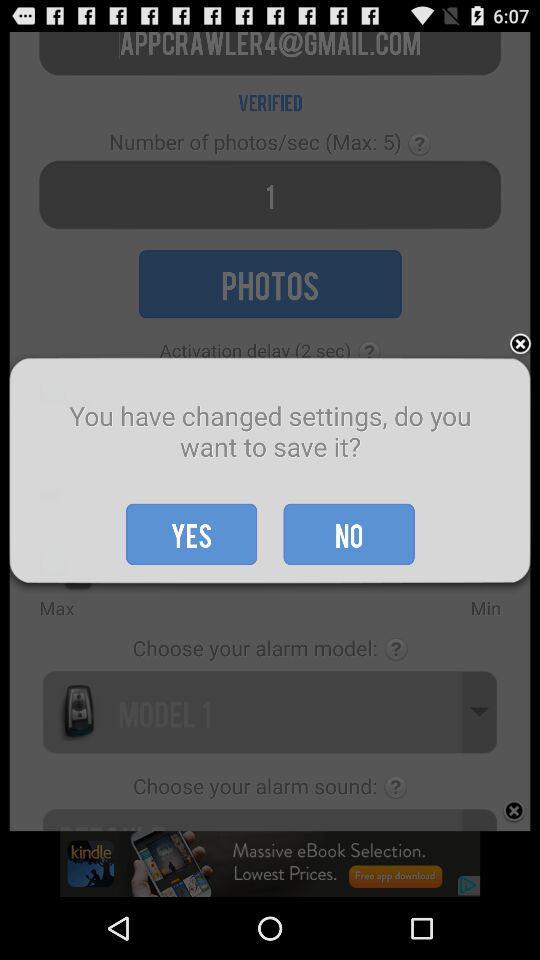 The image size is (540, 960). What do you see at coordinates (191, 533) in the screenshot?
I see `the yes icon` at bounding box center [191, 533].